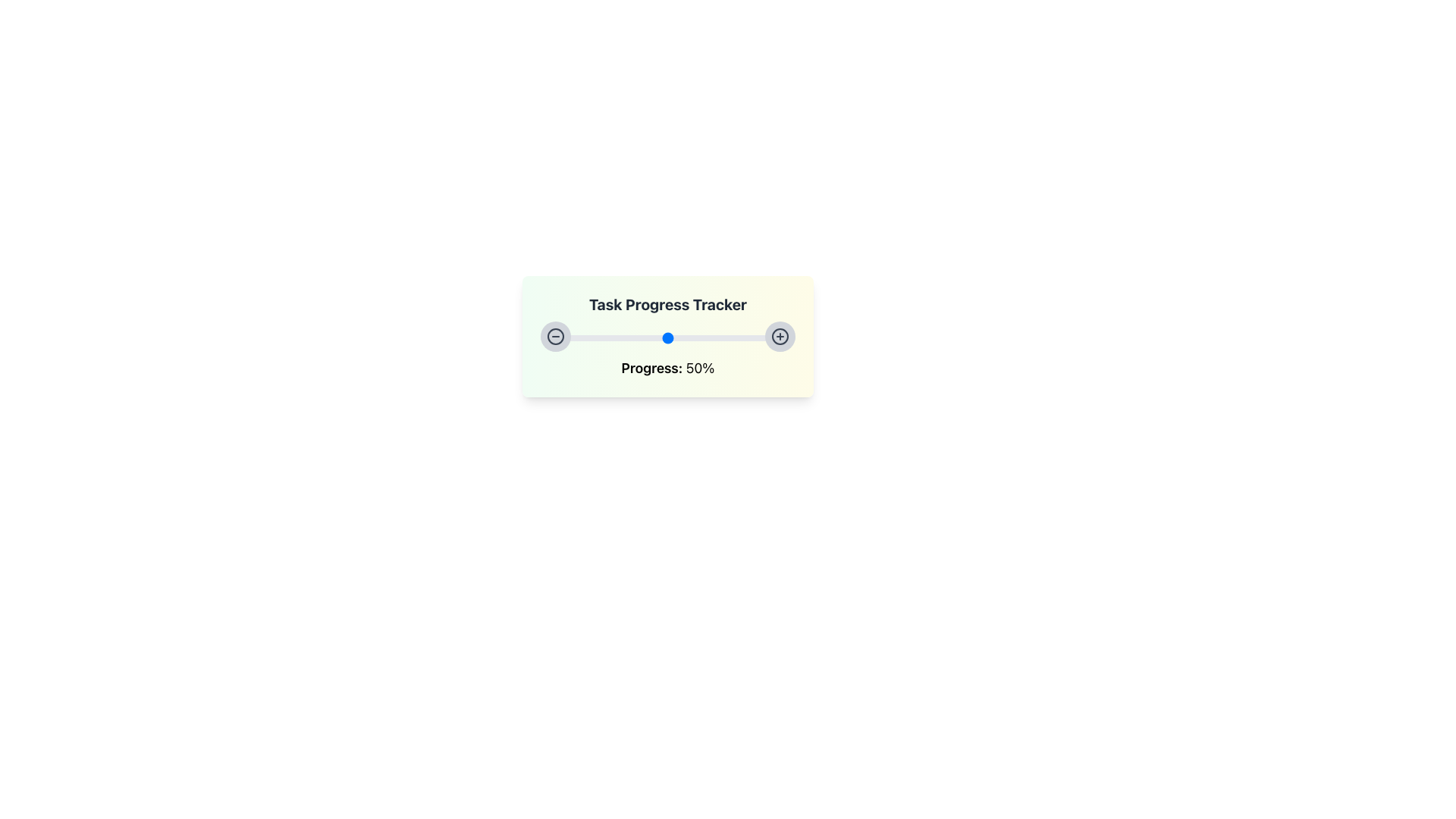  What do you see at coordinates (780, 335) in the screenshot?
I see `the circular gray button with a plus sign (+) icon located at the right end of the horizontal progress bar` at bounding box center [780, 335].